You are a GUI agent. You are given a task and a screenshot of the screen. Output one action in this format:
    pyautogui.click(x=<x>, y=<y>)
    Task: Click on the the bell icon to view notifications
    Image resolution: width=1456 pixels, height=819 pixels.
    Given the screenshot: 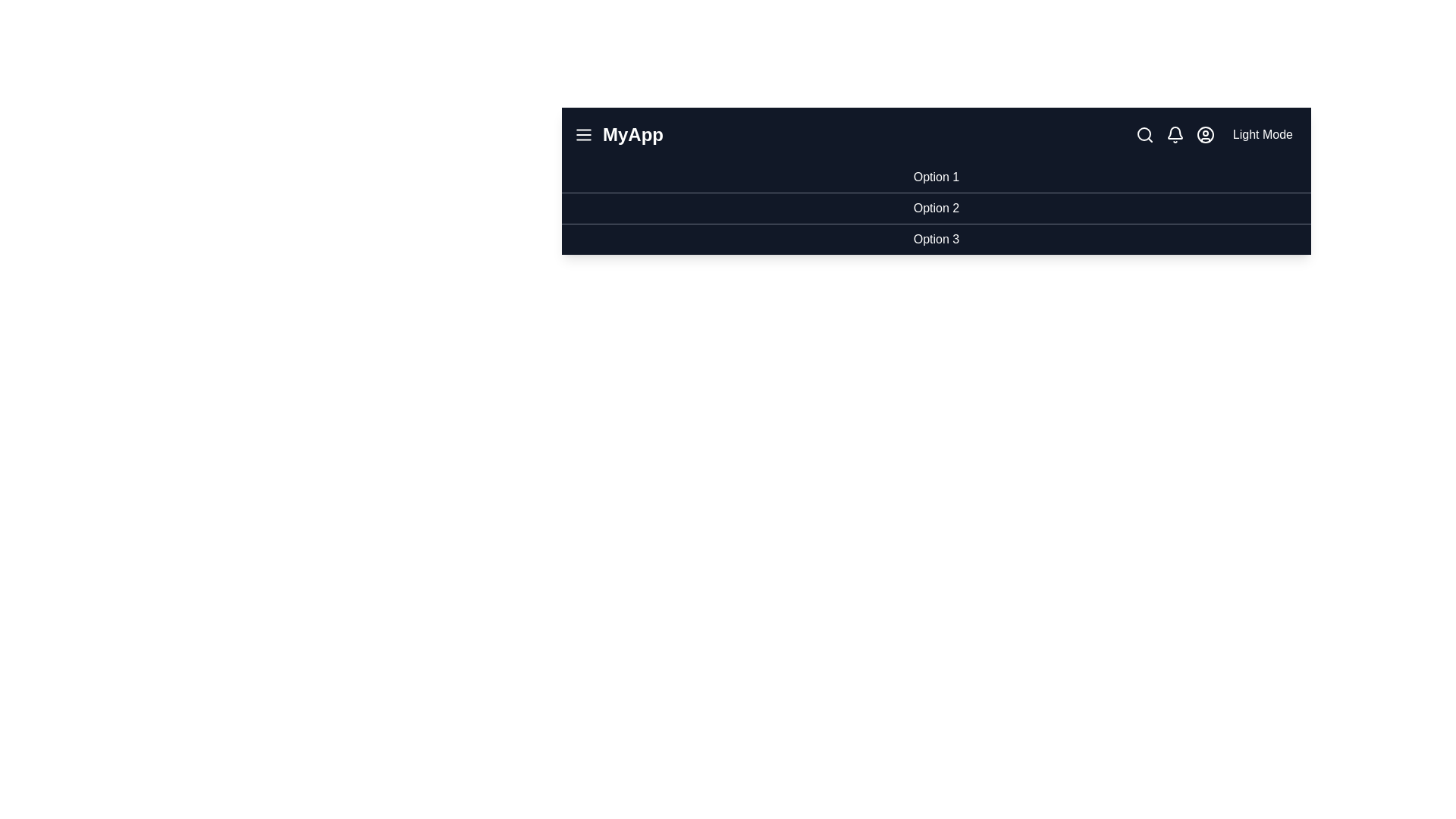 What is the action you would take?
    pyautogui.click(x=1174, y=133)
    